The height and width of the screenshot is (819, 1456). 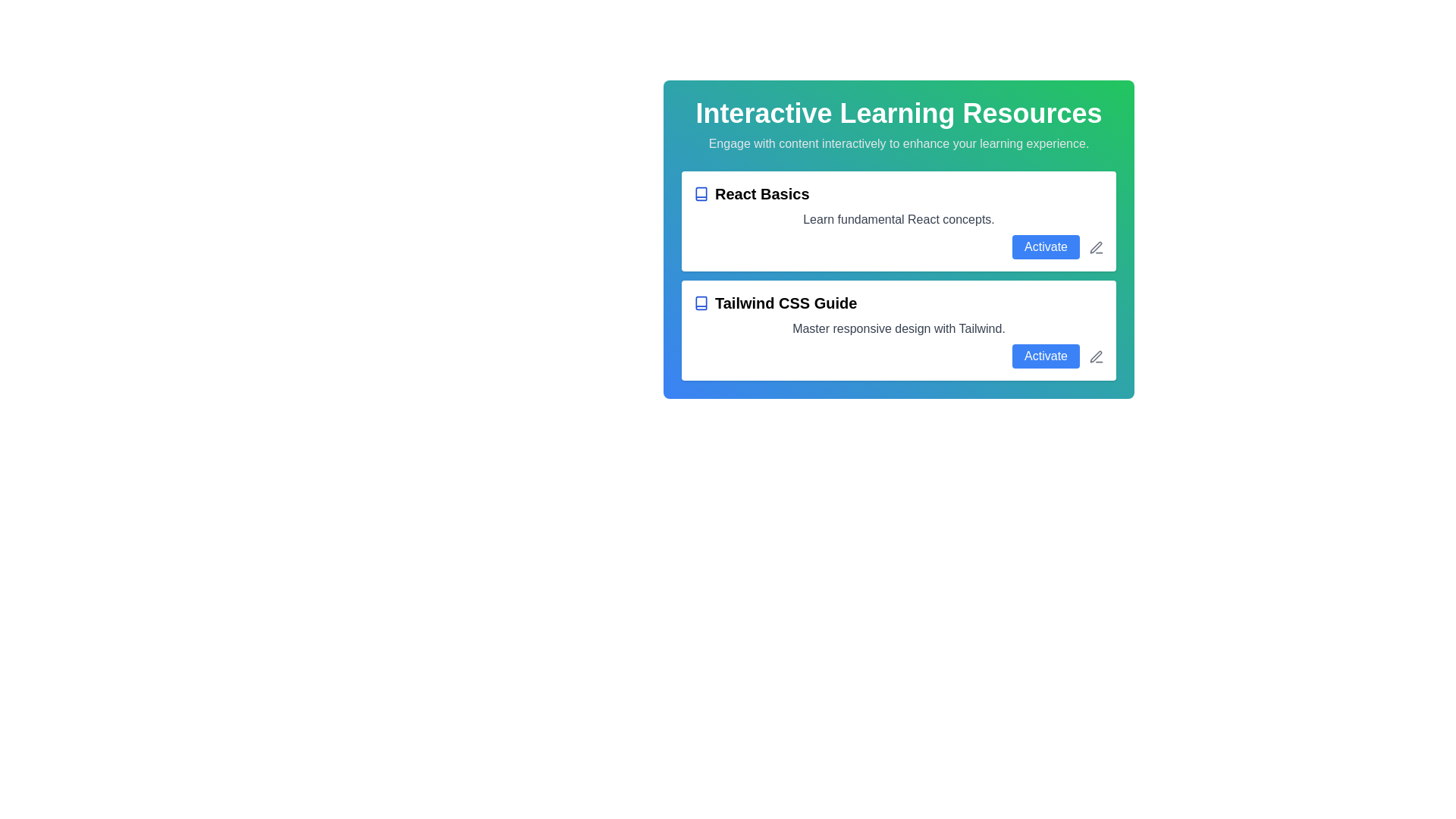 What do you see at coordinates (899, 113) in the screenshot?
I see `the header text that indicates the purpose or theme of the interface section, located above the subtitle 'Engage with content interactively to enhance your learning experience.'` at bounding box center [899, 113].